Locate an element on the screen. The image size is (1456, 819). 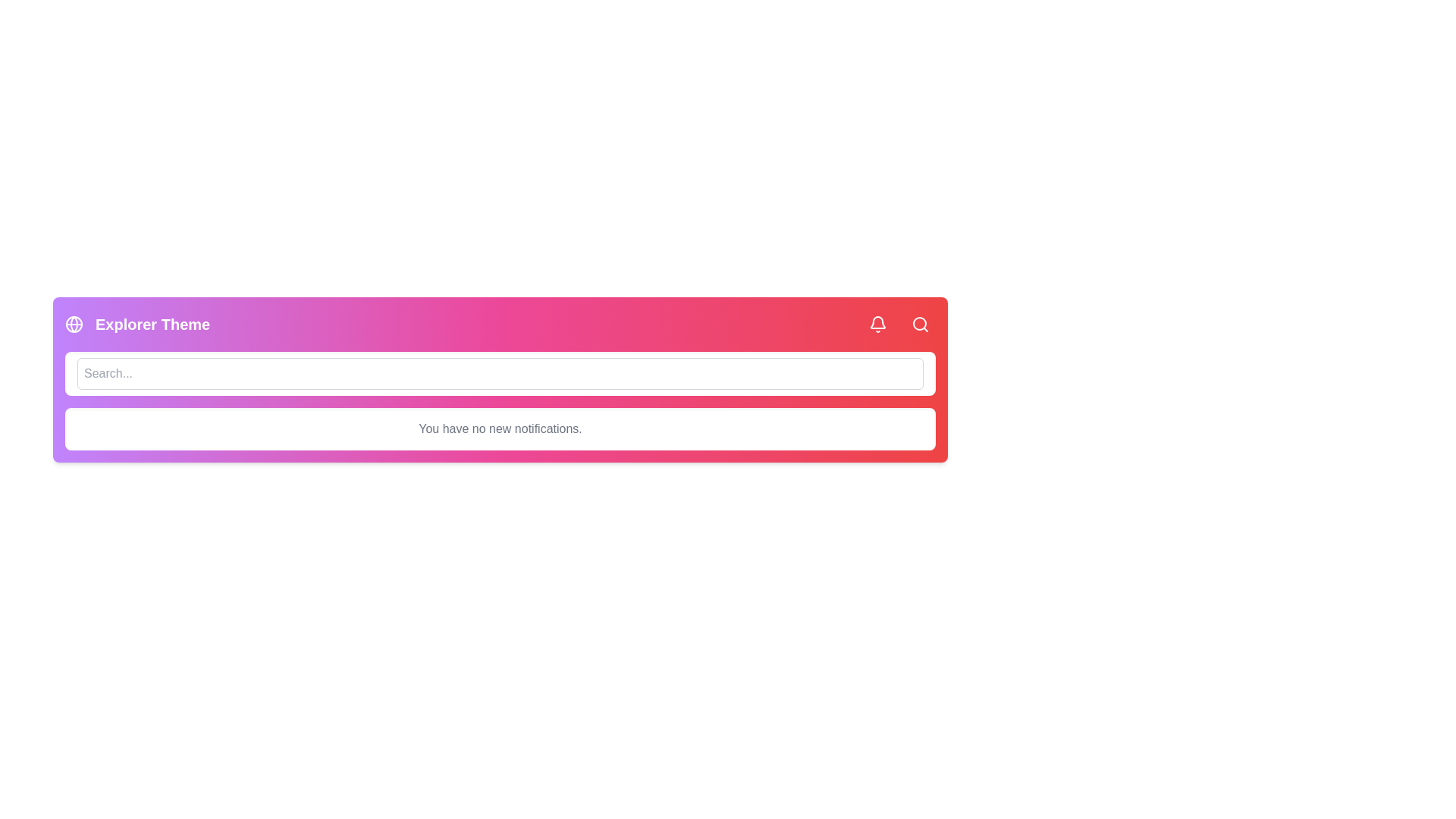
the 'Explorer Theme' text label to focus on it as it serves as a header within its section is located at coordinates (152, 324).